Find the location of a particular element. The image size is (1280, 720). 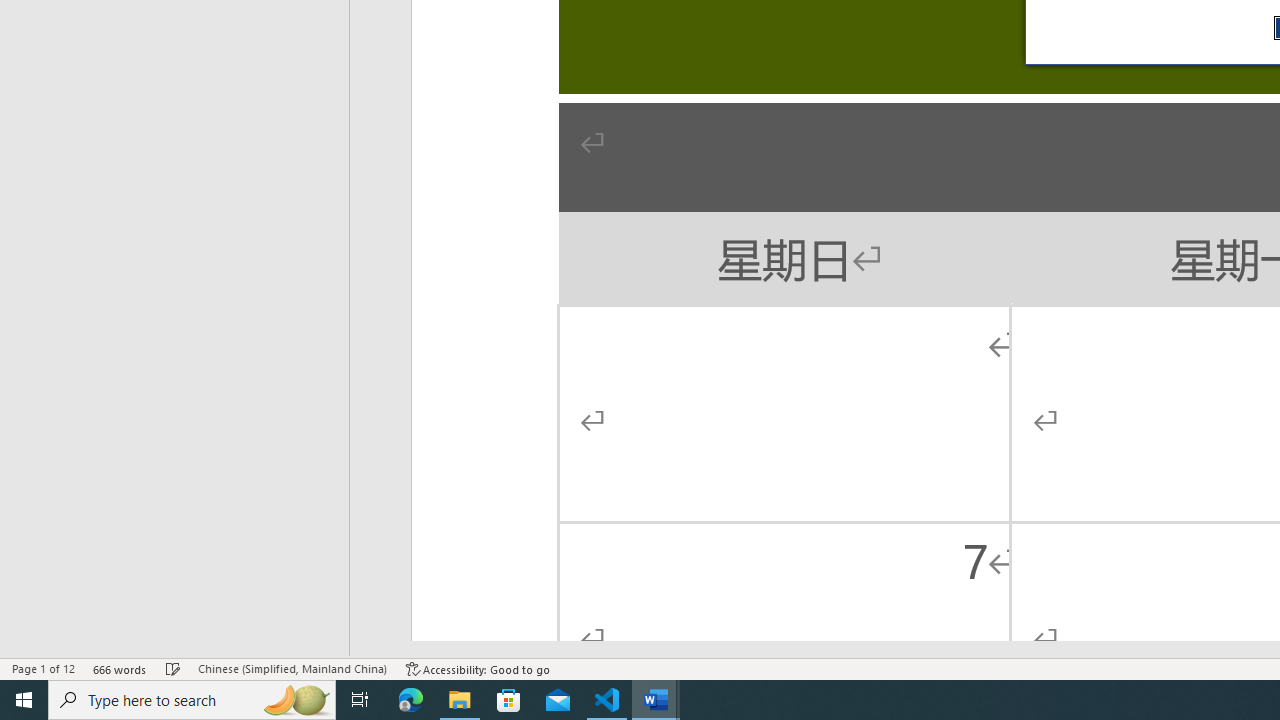

'Task View' is located at coordinates (359, 698).